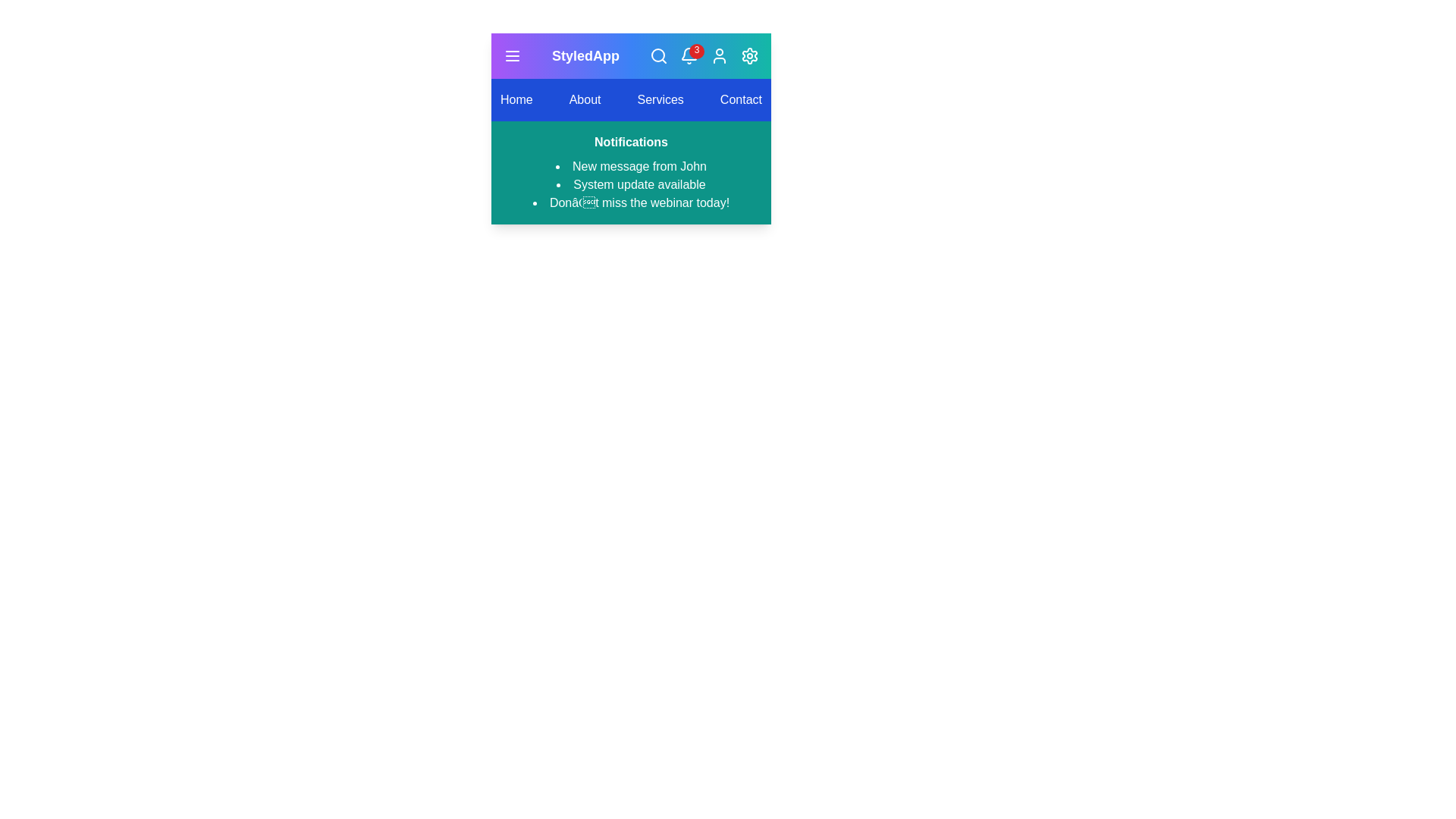  What do you see at coordinates (719, 55) in the screenshot?
I see `the user-related icon located second-to-last in the top-right row of interactive elements to trigger a tooltip` at bounding box center [719, 55].